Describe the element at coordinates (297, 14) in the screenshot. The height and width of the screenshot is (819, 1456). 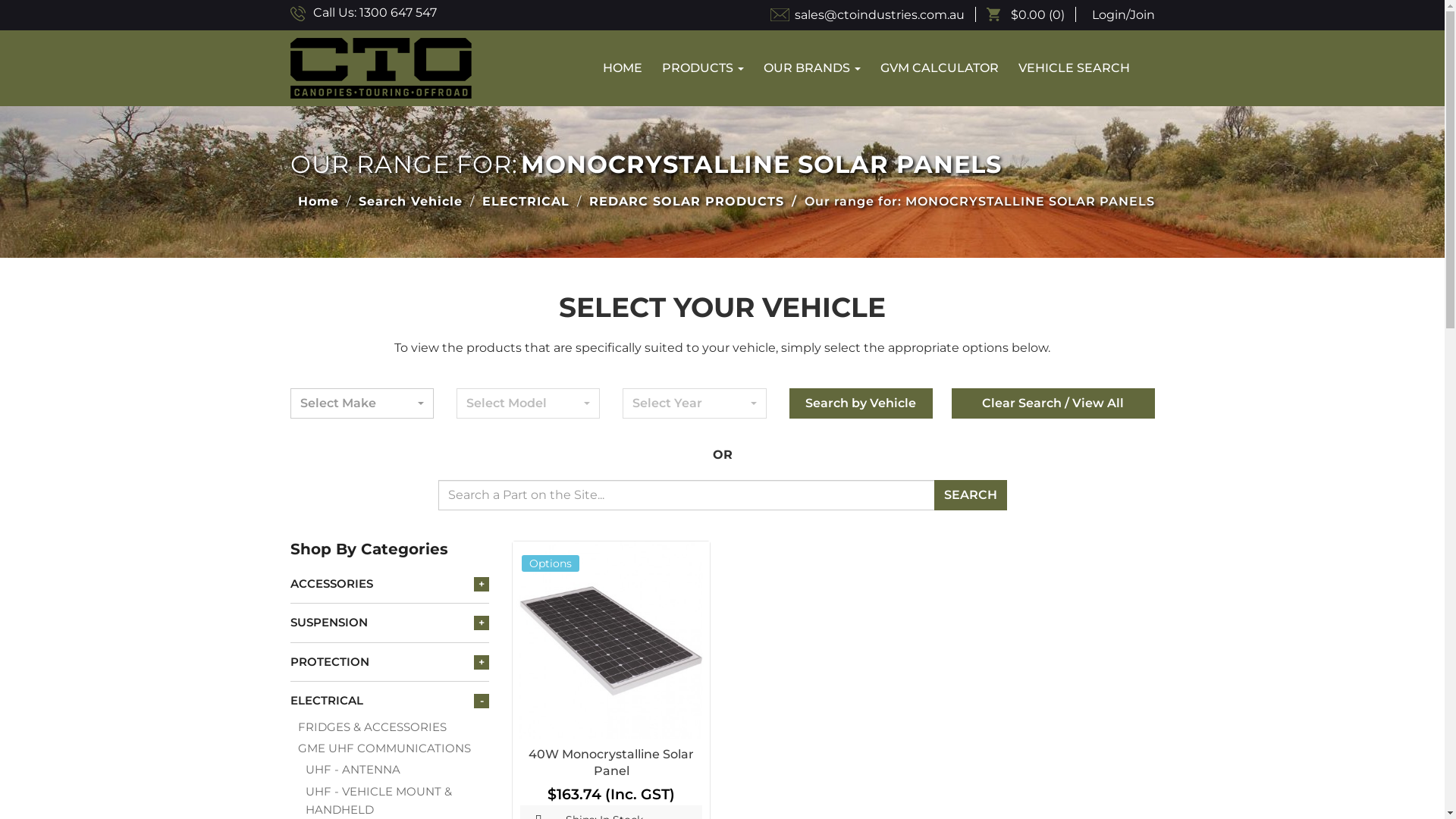
I see `'Call Us'` at that location.